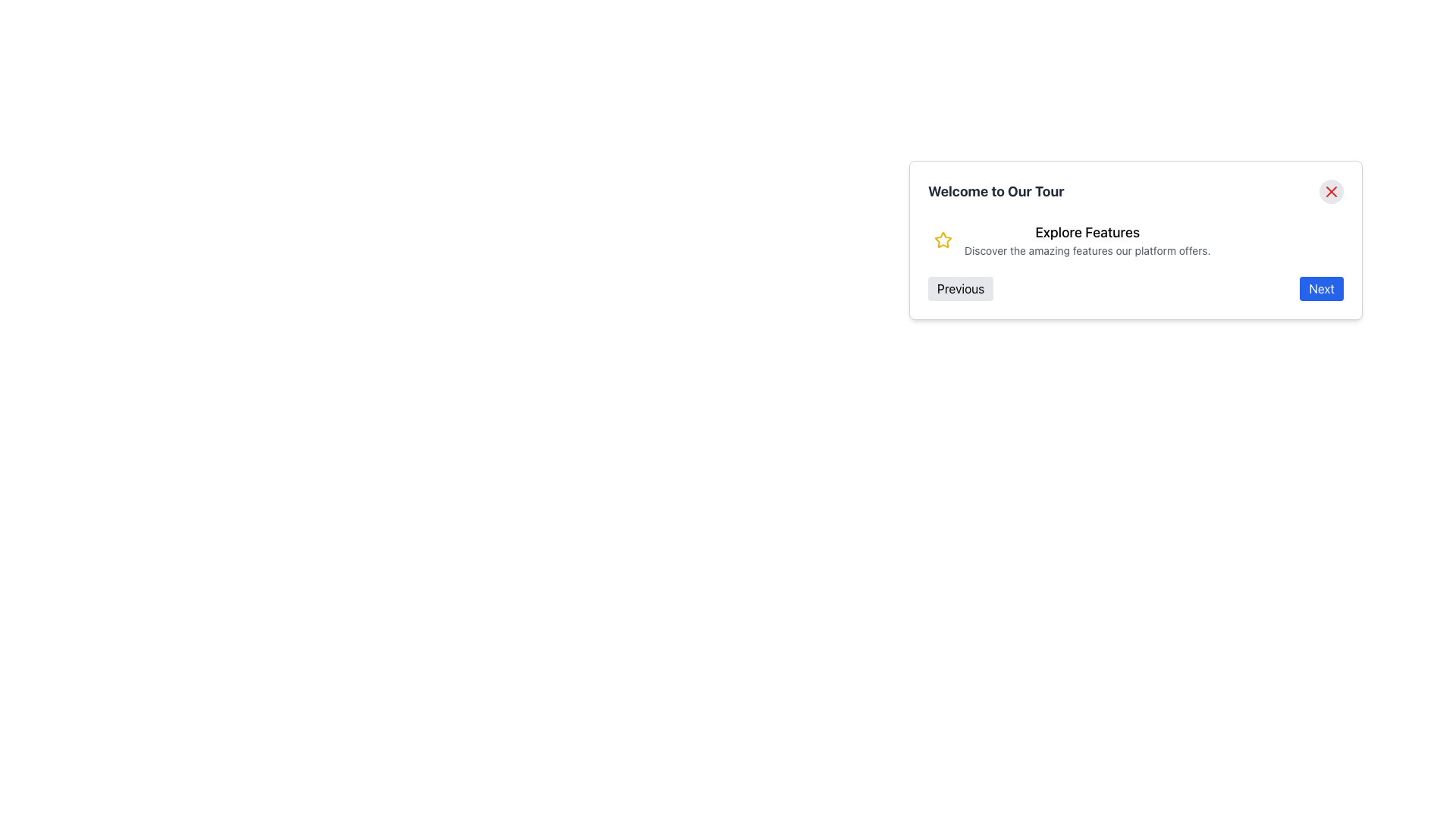  Describe the element at coordinates (1331, 191) in the screenshot. I see `the Close button located in the top-right corner of the modal dialog titled 'Welcome to Our Tour'` at that location.